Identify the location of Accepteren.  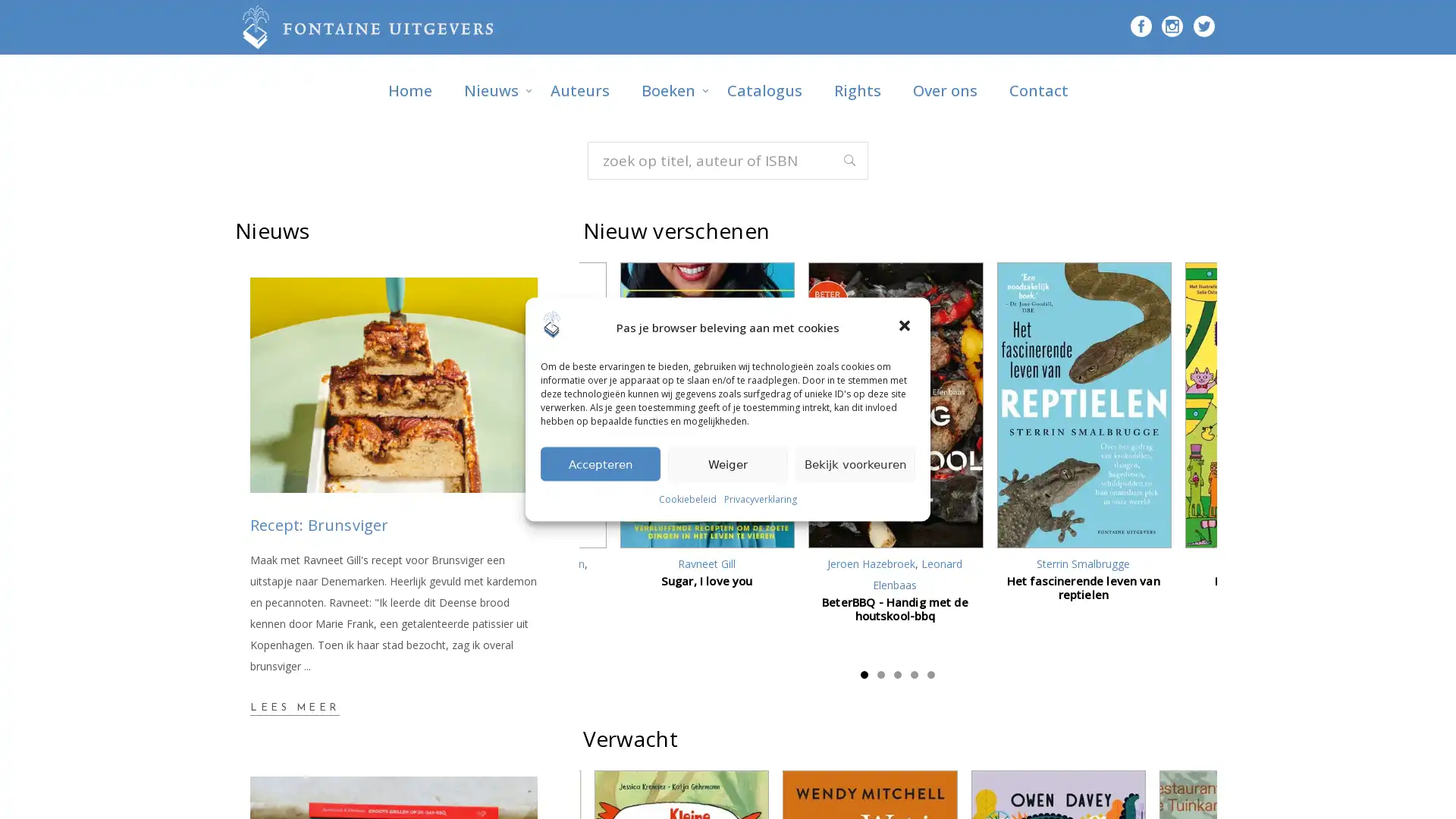
(600, 463).